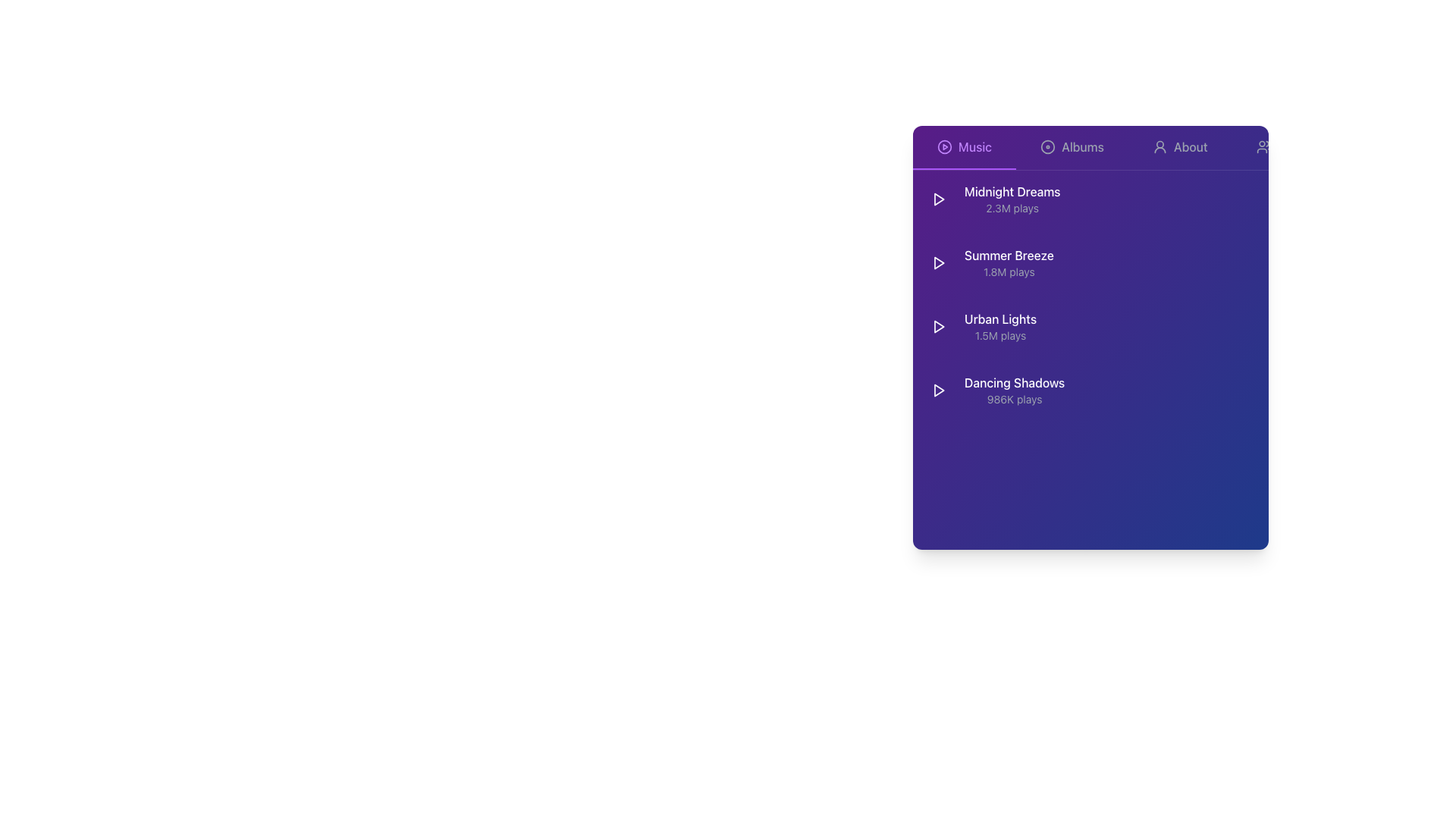 The width and height of the screenshot is (1456, 819). What do you see at coordinates (1015, 382) in the screenshot?
I see `the text label 'Dancing Shadows' which is the title of the fourth item in a list, displayed in a medium-weight font on a purple background` at bounding box center [1015, 382].